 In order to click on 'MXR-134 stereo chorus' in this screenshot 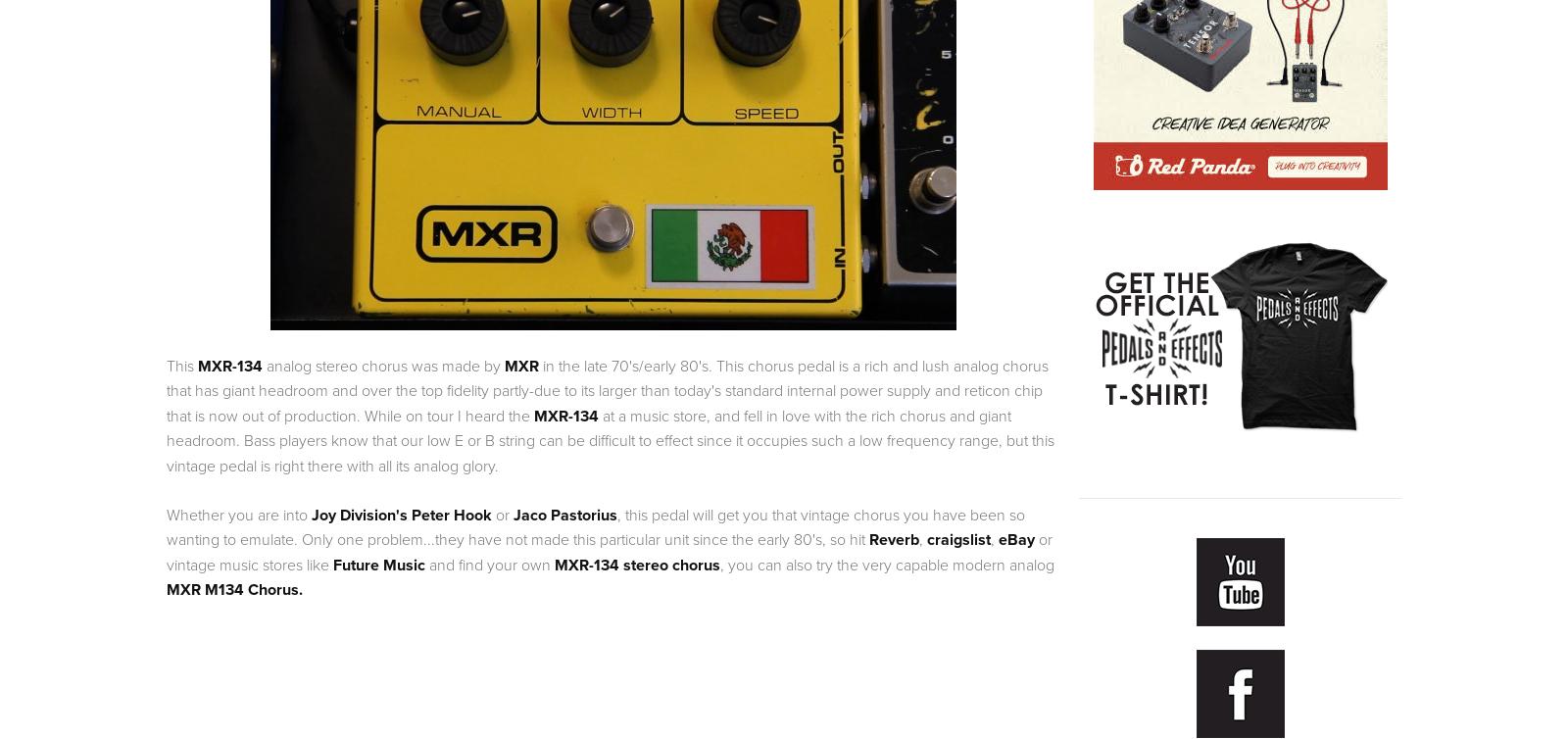, I will do `click(637, 563)`.